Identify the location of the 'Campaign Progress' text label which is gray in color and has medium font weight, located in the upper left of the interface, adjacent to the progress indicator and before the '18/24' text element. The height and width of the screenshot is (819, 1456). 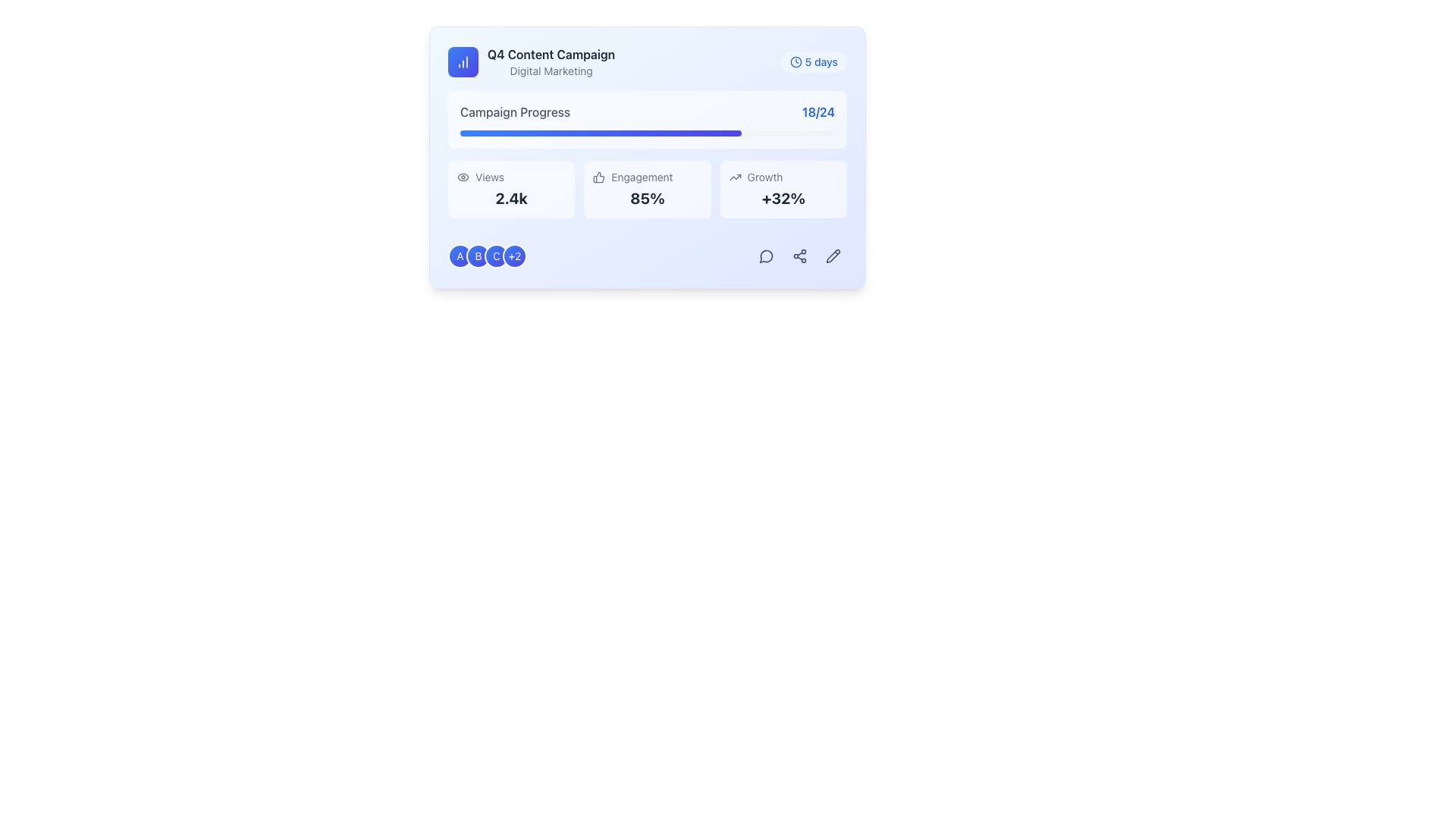
(515, 111).